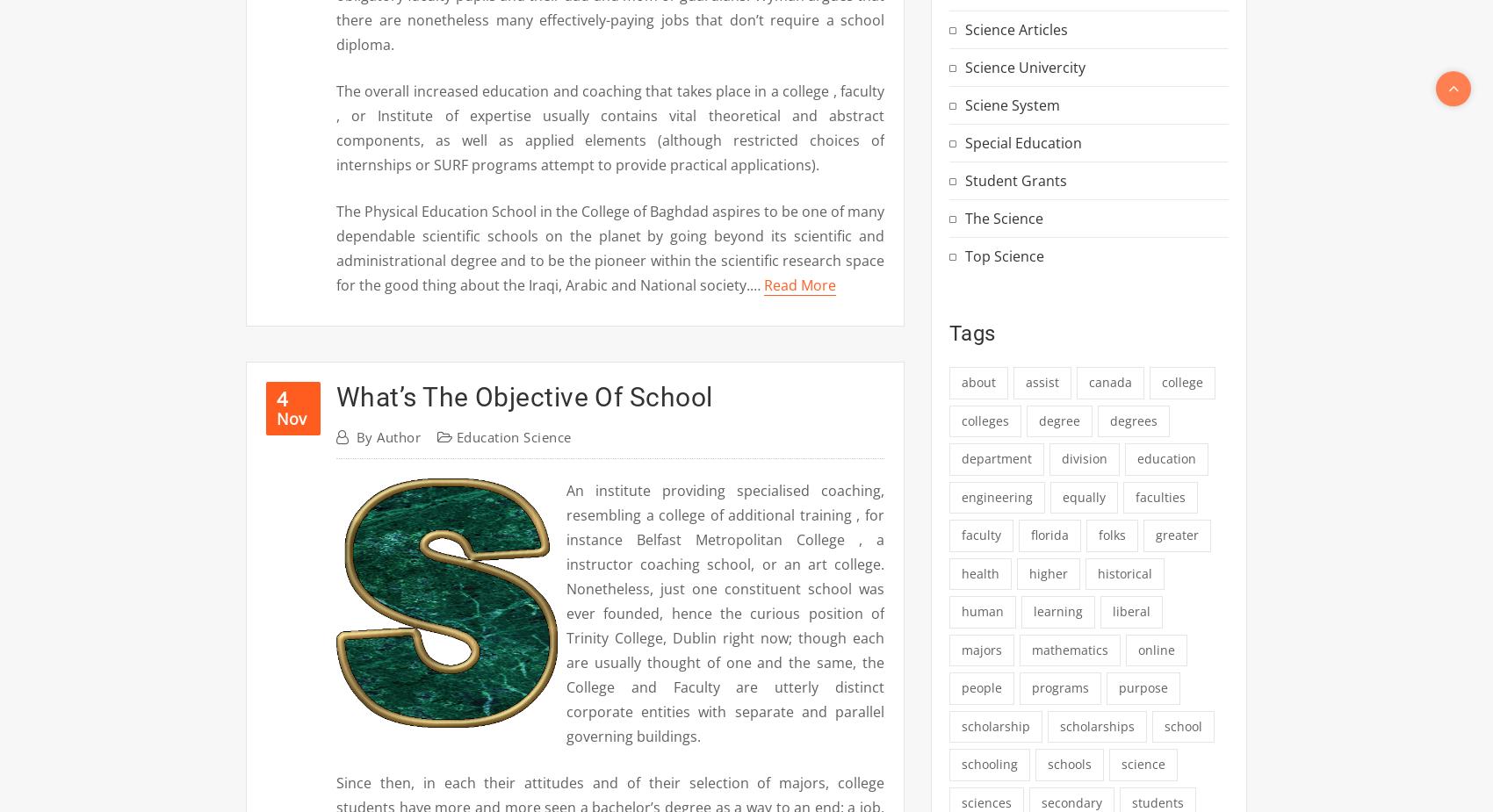 The width and height of the screenshot is (1493, 812). What do you see at coordinates (800, 284) in the screenshot?
I see `'Read More'` at bounding box center [800, 284].